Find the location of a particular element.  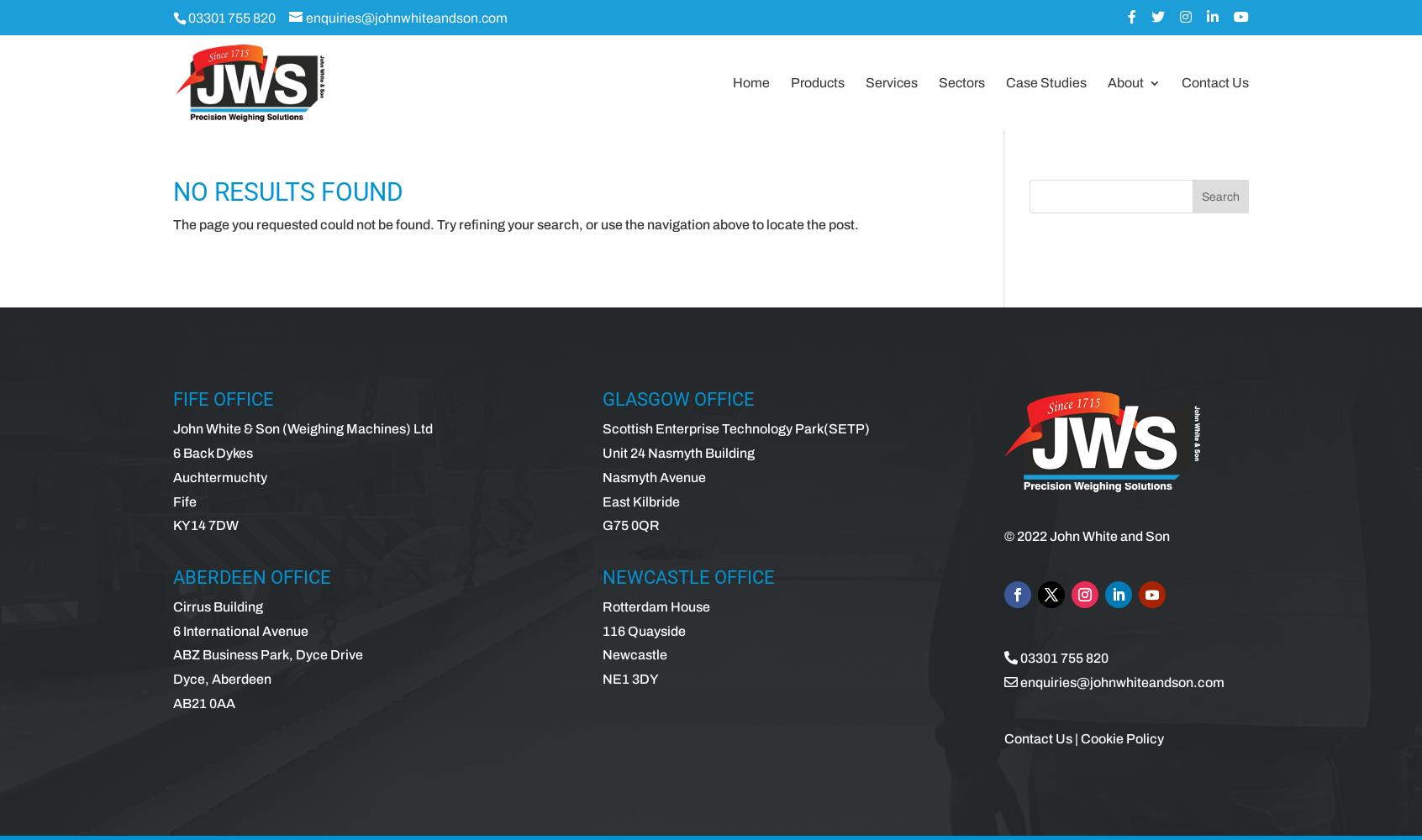

'The page you requested could not be found. Try refining your search, or use the navigation above to locate the post.' is located at coordinates (515, 224).